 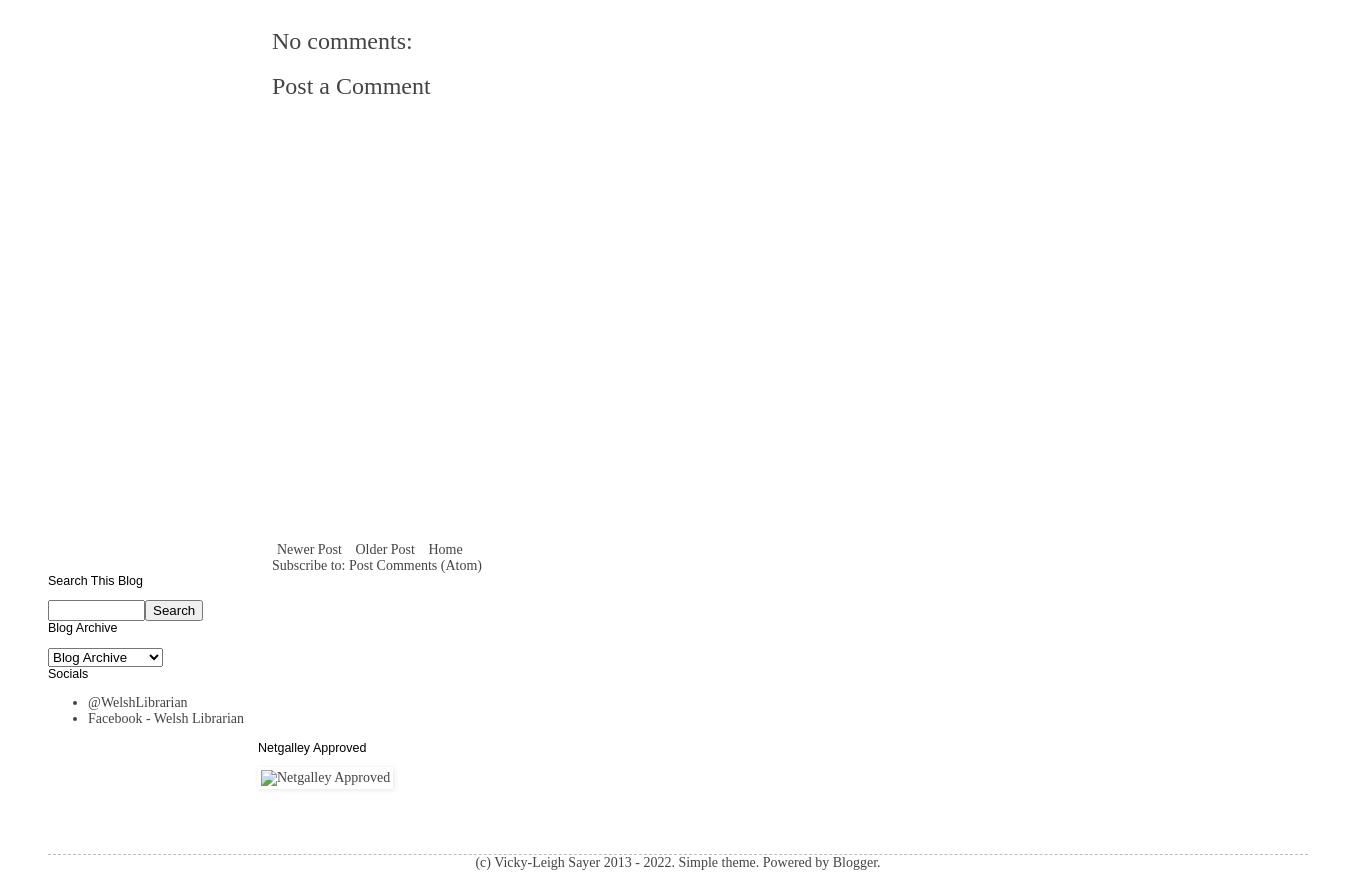 What do you see at coordinates (66, 671) in the screenshot?
I see `'Socials'` at bounding box center [66, 671].